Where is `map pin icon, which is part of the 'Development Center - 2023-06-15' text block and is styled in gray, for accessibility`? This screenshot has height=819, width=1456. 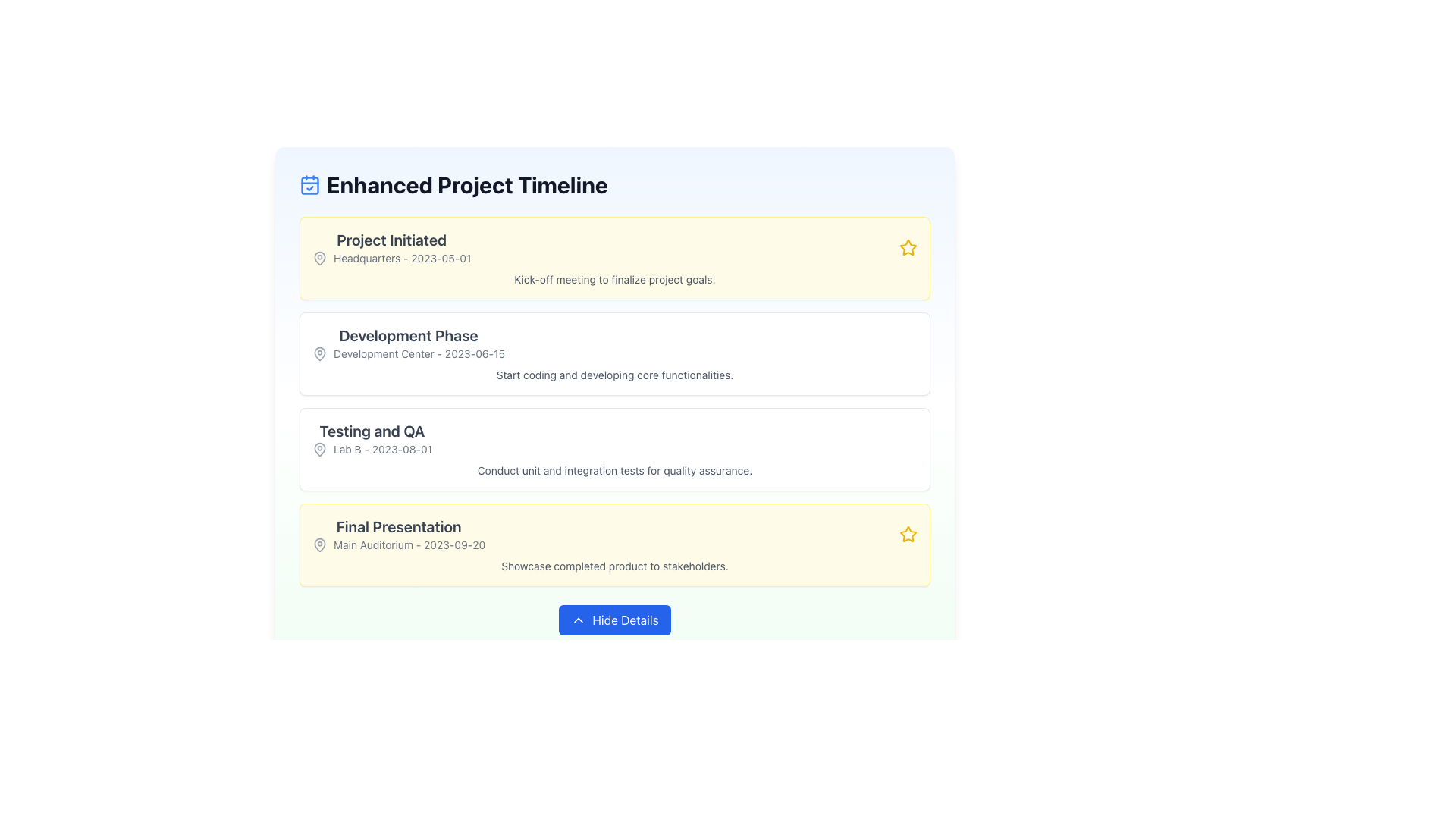
map pin icon, which is part of the 'Development Center - 2023-06-15' text block and is styled in gray, for accessibility is located at coordinates (319, 353).